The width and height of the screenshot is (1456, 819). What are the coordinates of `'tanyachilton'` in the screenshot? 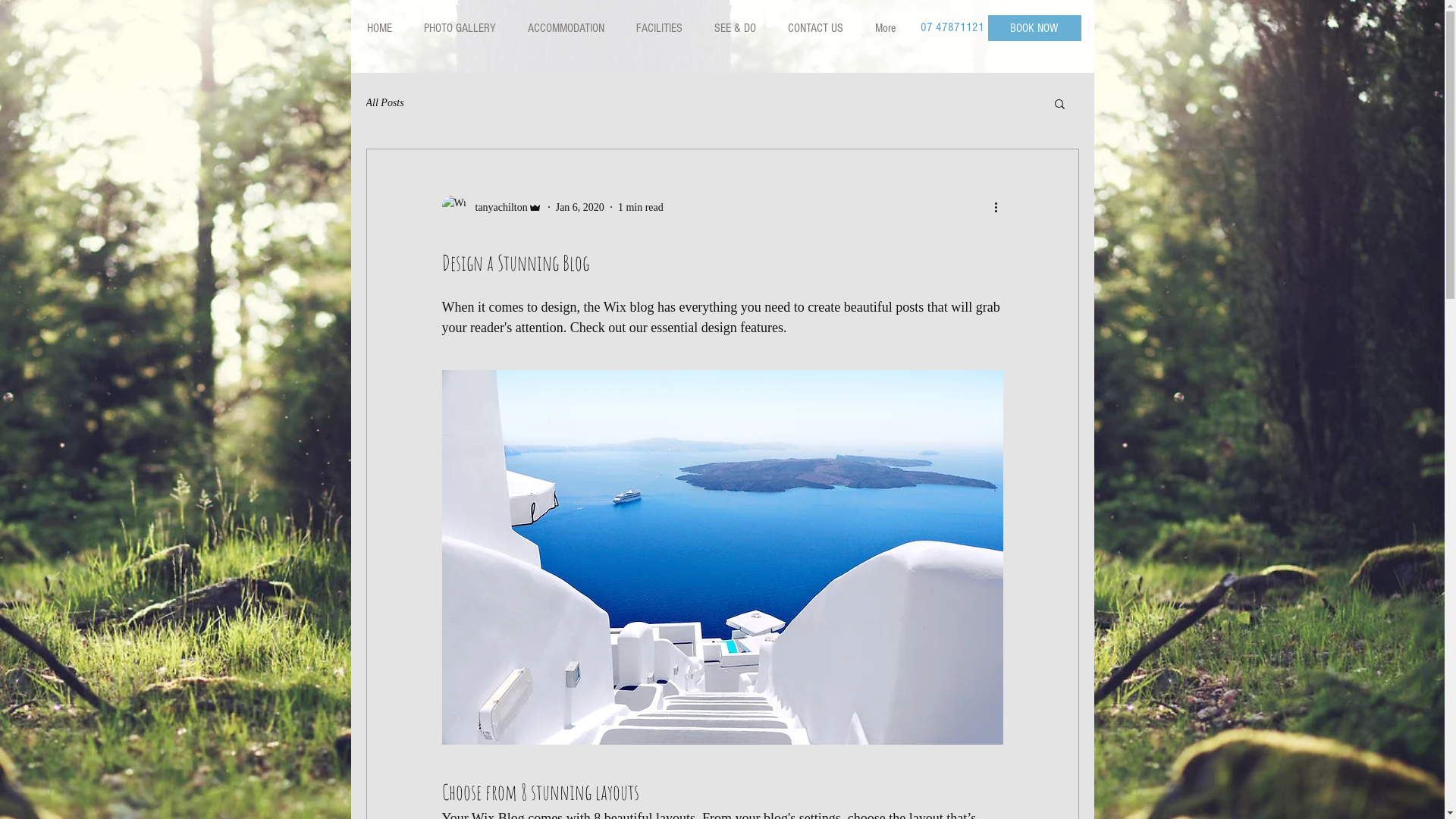 It's located at (491, 207).